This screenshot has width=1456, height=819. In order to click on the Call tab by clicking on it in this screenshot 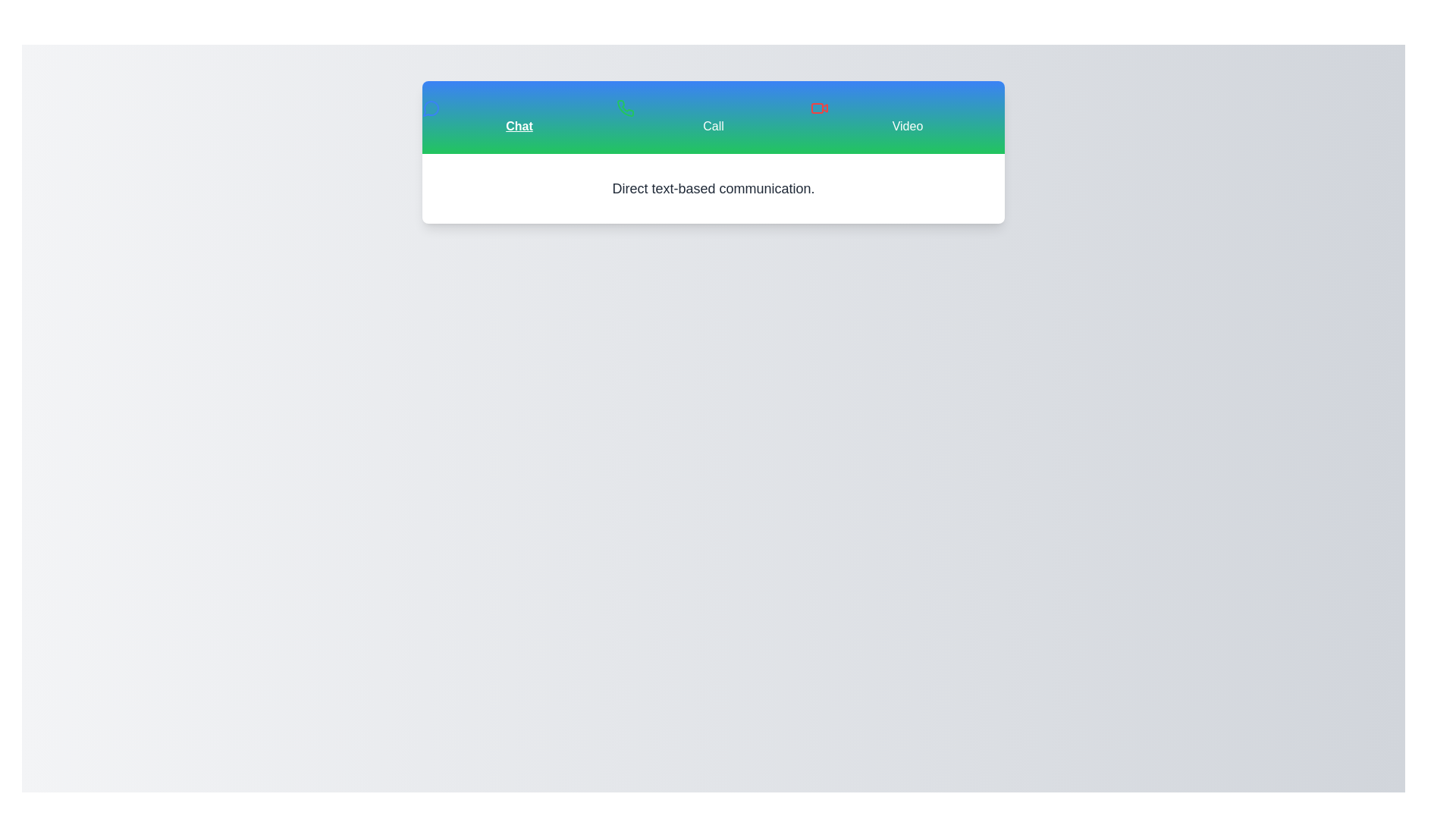, I will do `click(712, 116)`.